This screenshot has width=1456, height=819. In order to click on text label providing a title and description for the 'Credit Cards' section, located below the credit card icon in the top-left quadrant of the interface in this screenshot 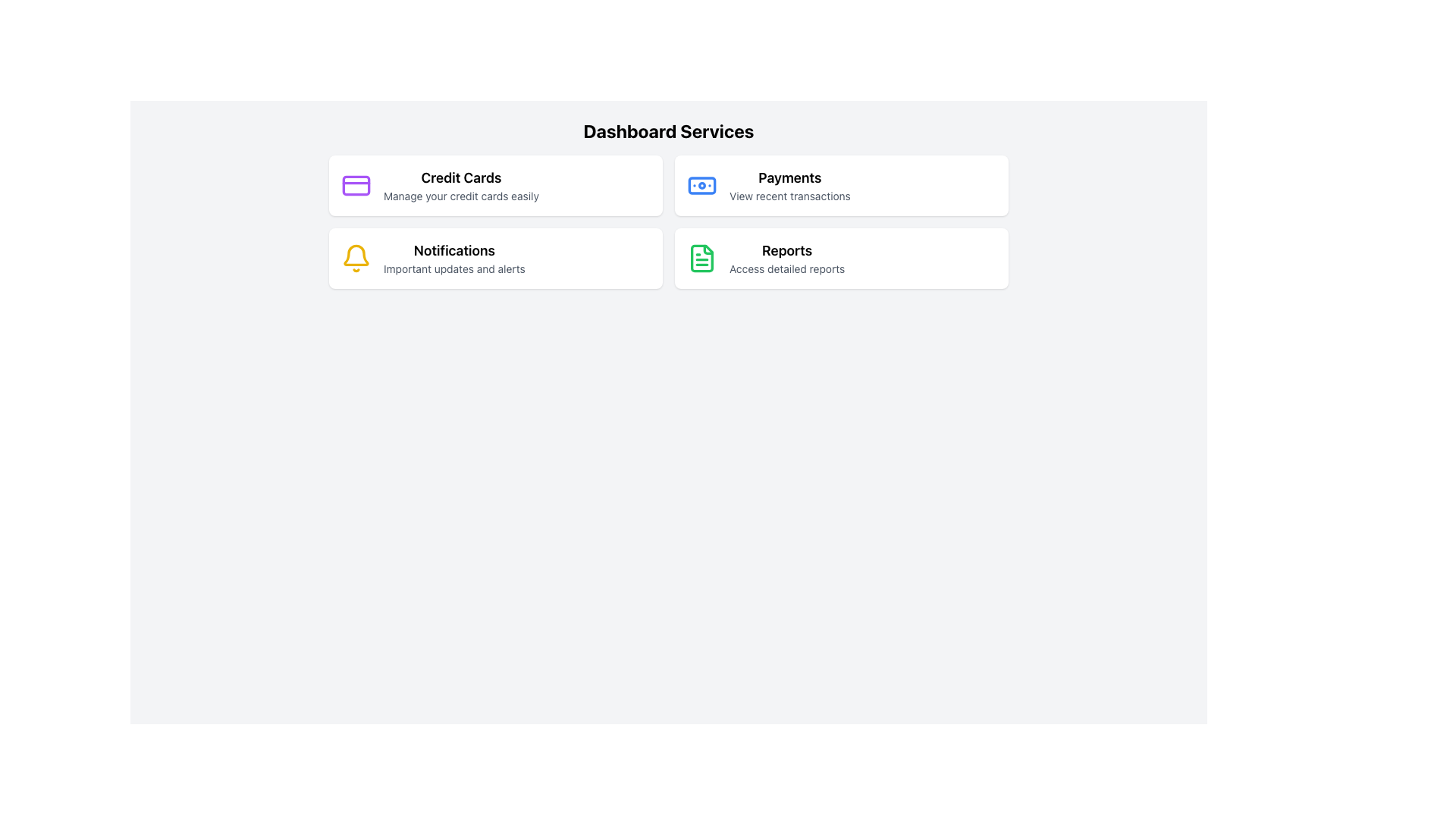, I will do `click(460, 185)`.